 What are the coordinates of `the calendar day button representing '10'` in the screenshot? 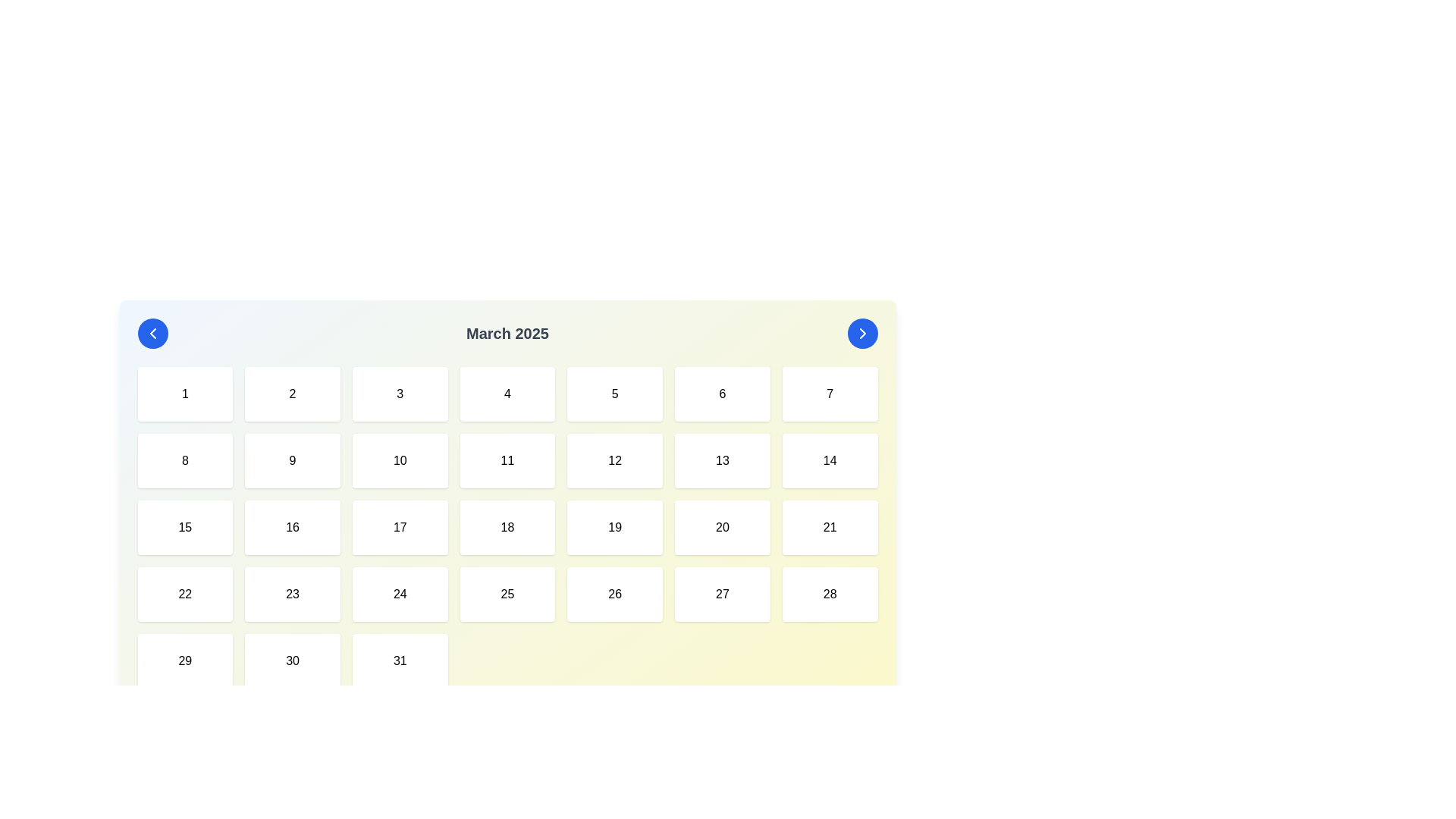 It's located at (400, 460).